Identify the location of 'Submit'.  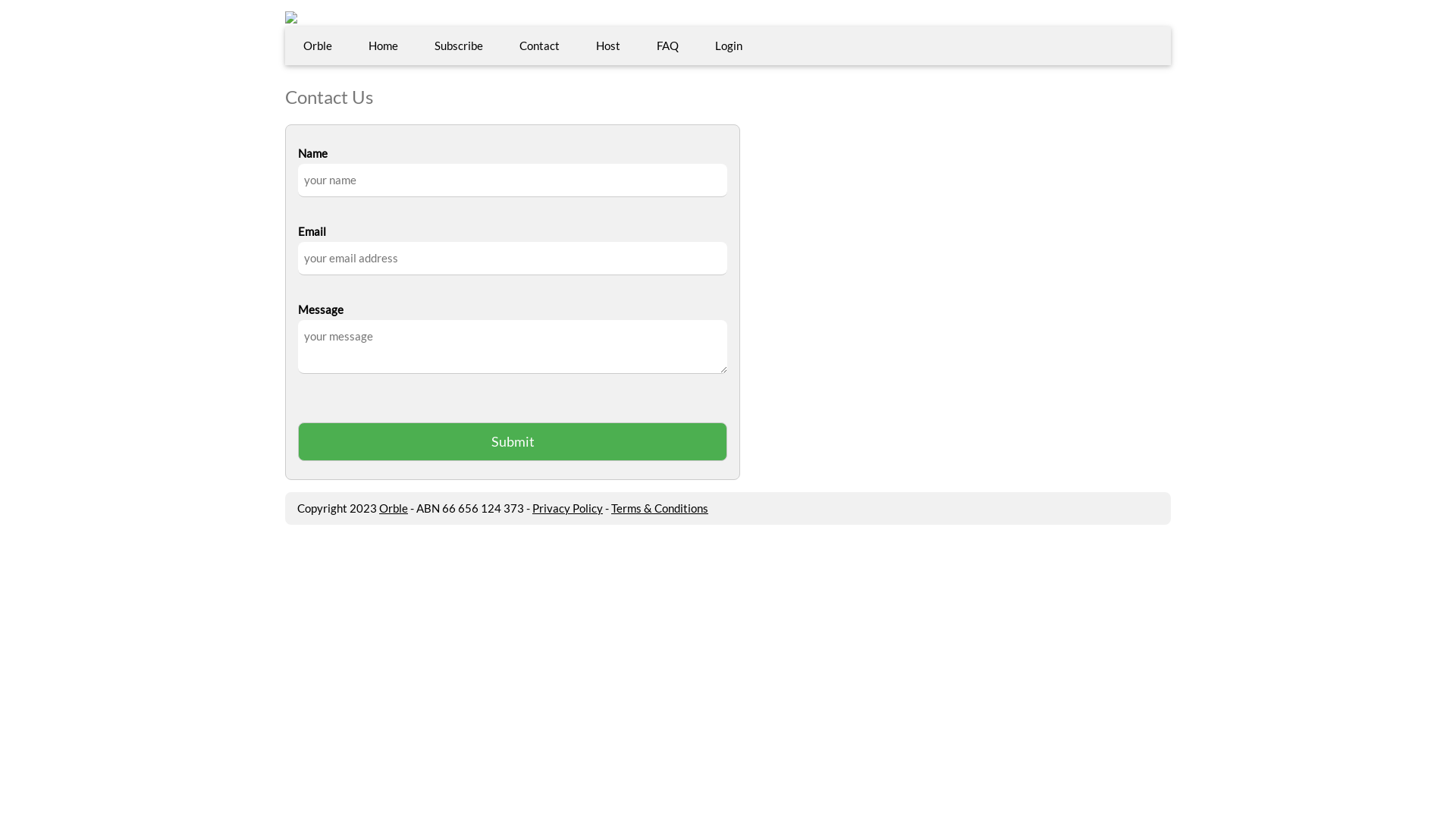
(513, 441).